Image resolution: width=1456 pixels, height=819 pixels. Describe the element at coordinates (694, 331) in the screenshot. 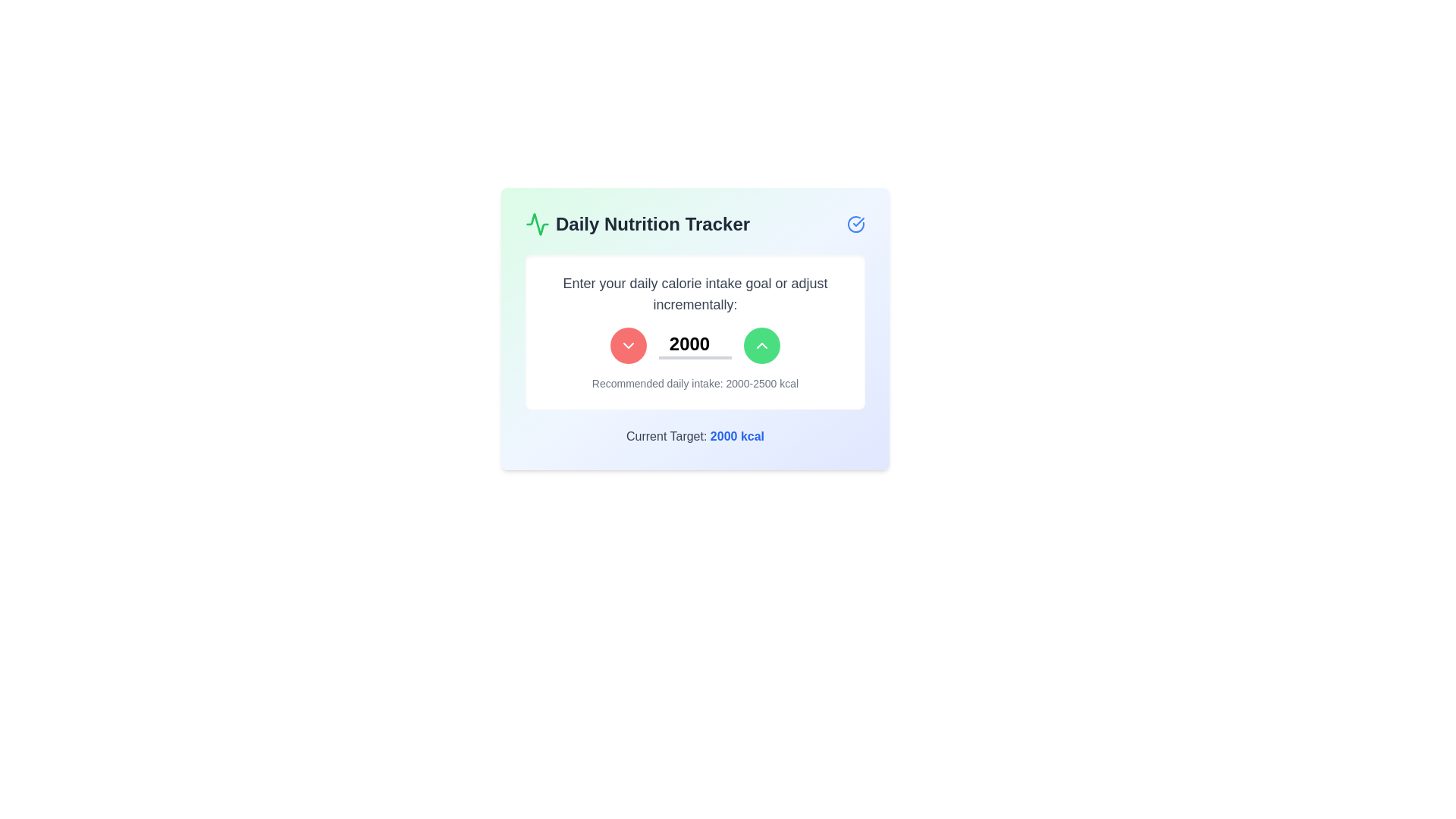

I see `the calorie intake adjustment widget buttons, which consist of an increment button on the right, a decrement button on the left, and a numeric input field in the center, located below the 'Daily Nutrition Tracker' header` at that location.